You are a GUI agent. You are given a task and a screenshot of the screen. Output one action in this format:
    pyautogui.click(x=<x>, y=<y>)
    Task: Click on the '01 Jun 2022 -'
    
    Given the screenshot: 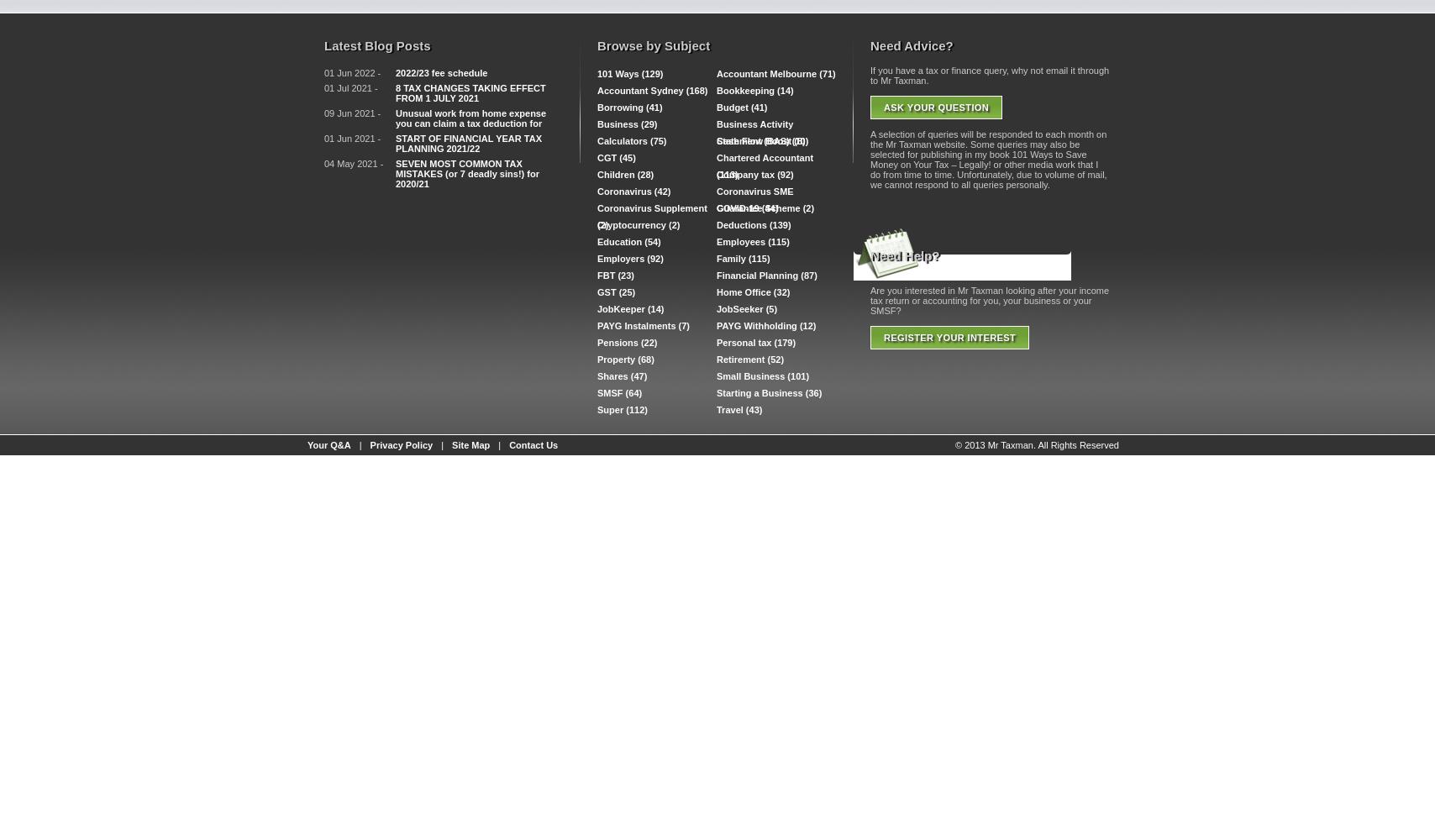 What is the action you would take?
    pyautogui.click(x=352, y=72)
    